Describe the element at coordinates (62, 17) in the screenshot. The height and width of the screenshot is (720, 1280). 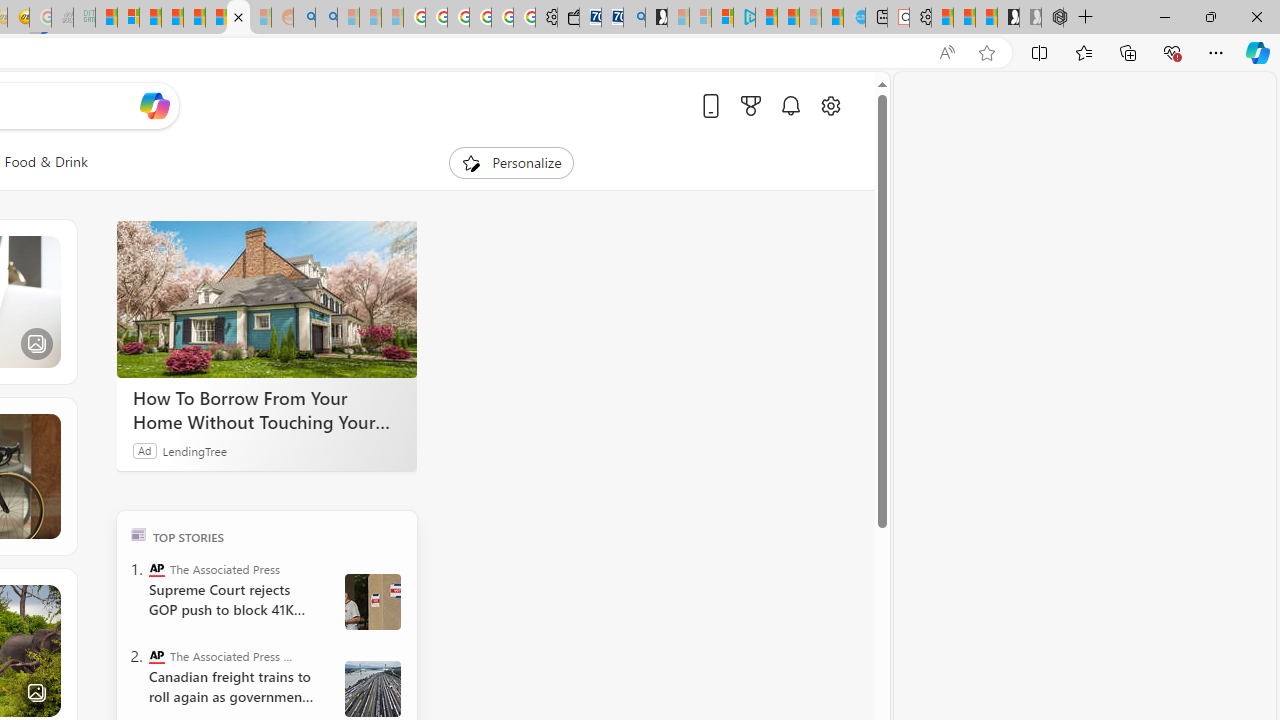
I see `'Navy Quest'` at that location.